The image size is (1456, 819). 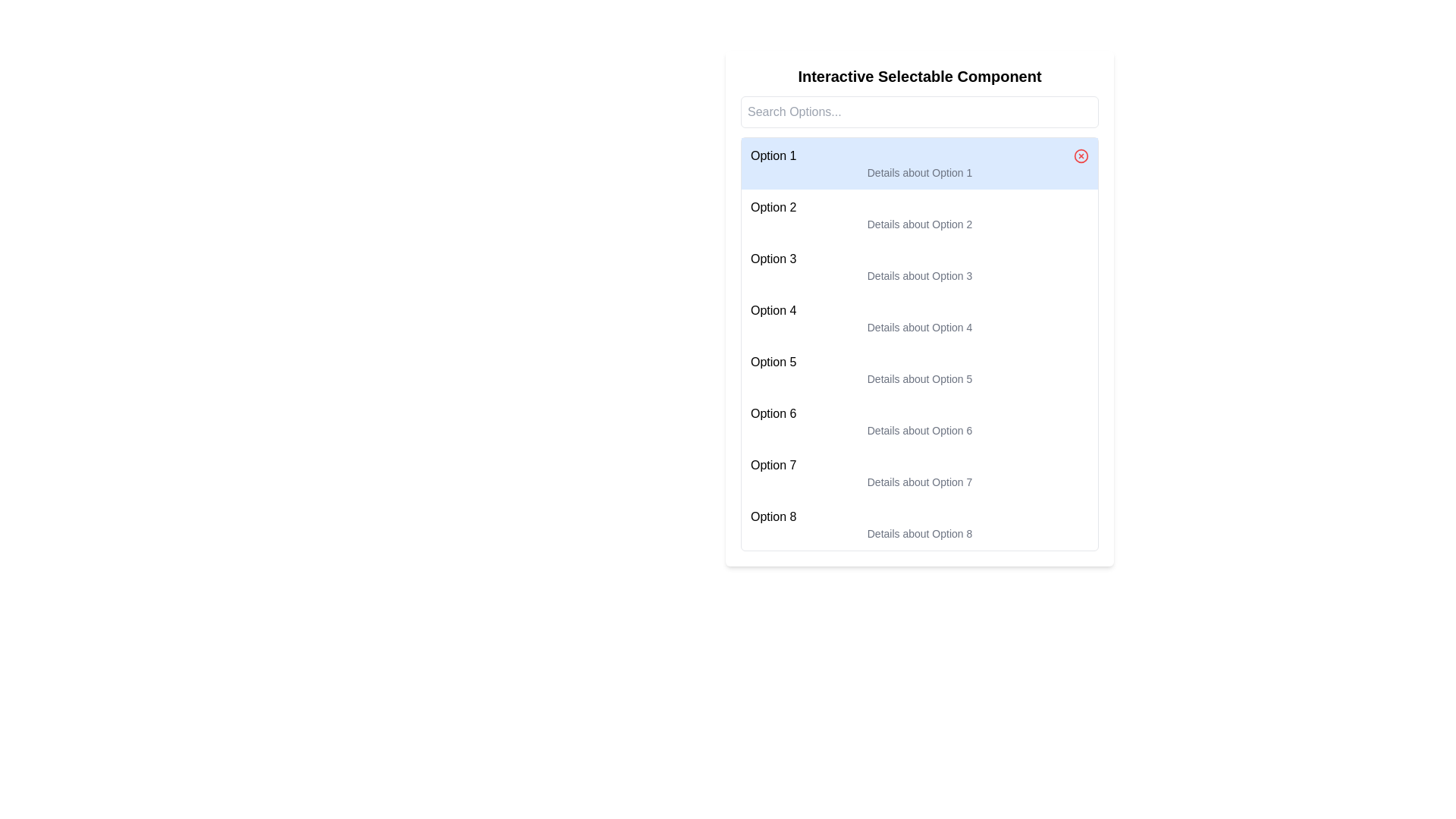 What do you see at coordinates (919, 482) in the screenshot?
I see `the text label displaying 'Details about Option 7', which is styled in gray and positioned below the main label 'Option 7' in the selectable list item` at bounding box center [919, 482].